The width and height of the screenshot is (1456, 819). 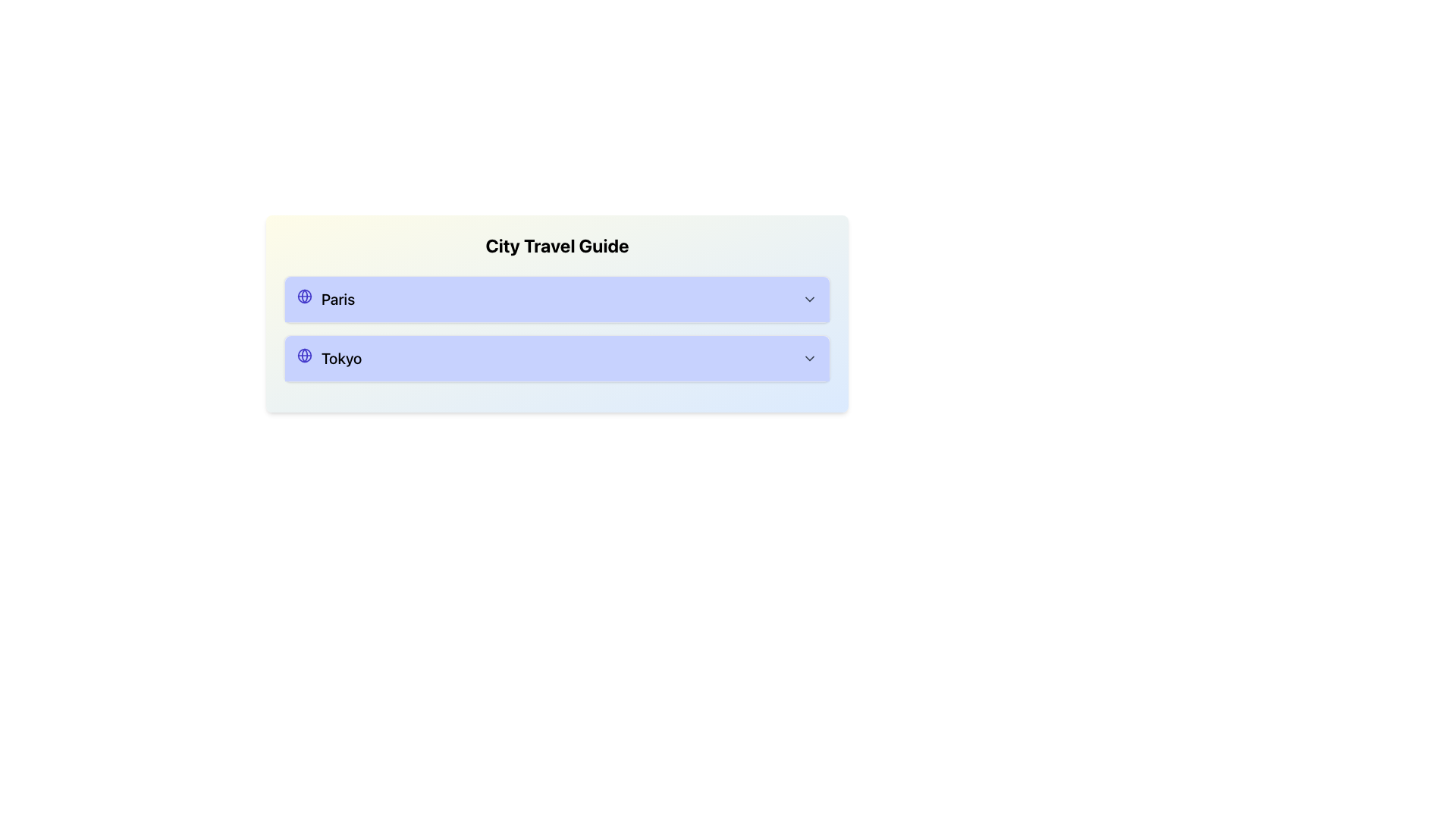 I want to click on the circular component inside the outline-styled globe icon preceding the text 'Tokyo', so click(x=304, y=296).